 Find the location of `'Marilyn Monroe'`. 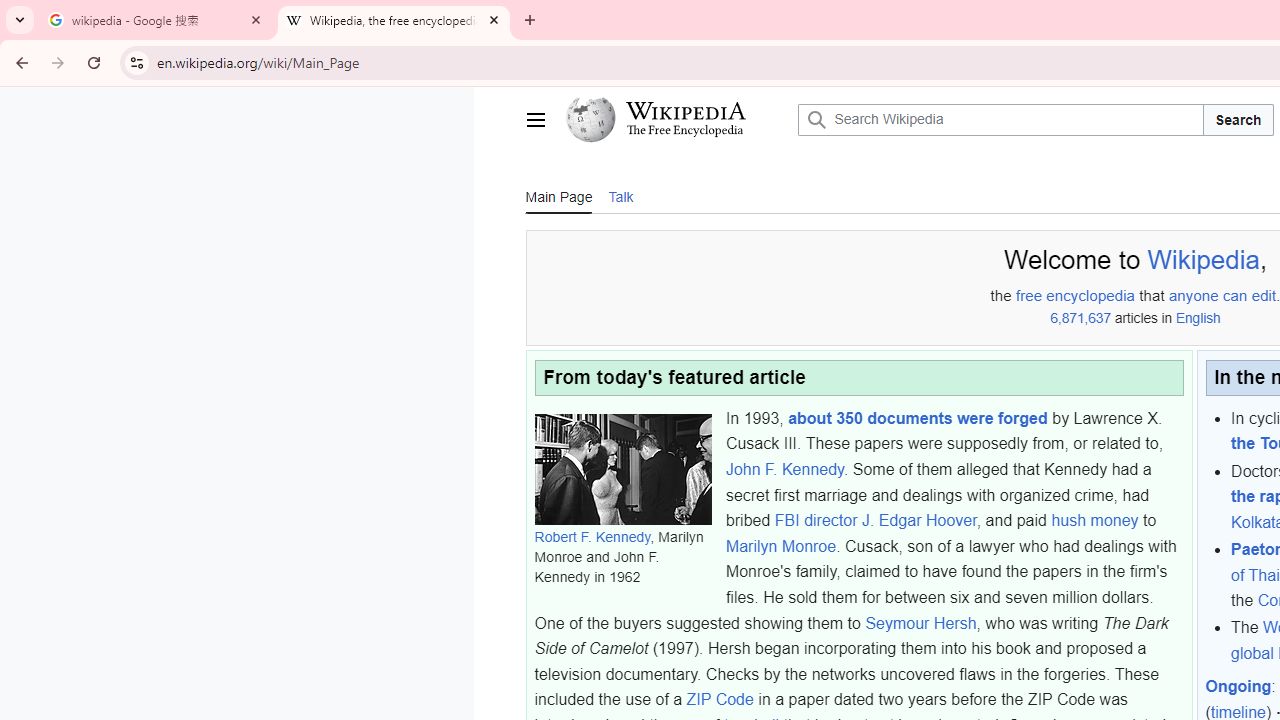

'Marilyn Monroe' is located at coordinates (779, 546).